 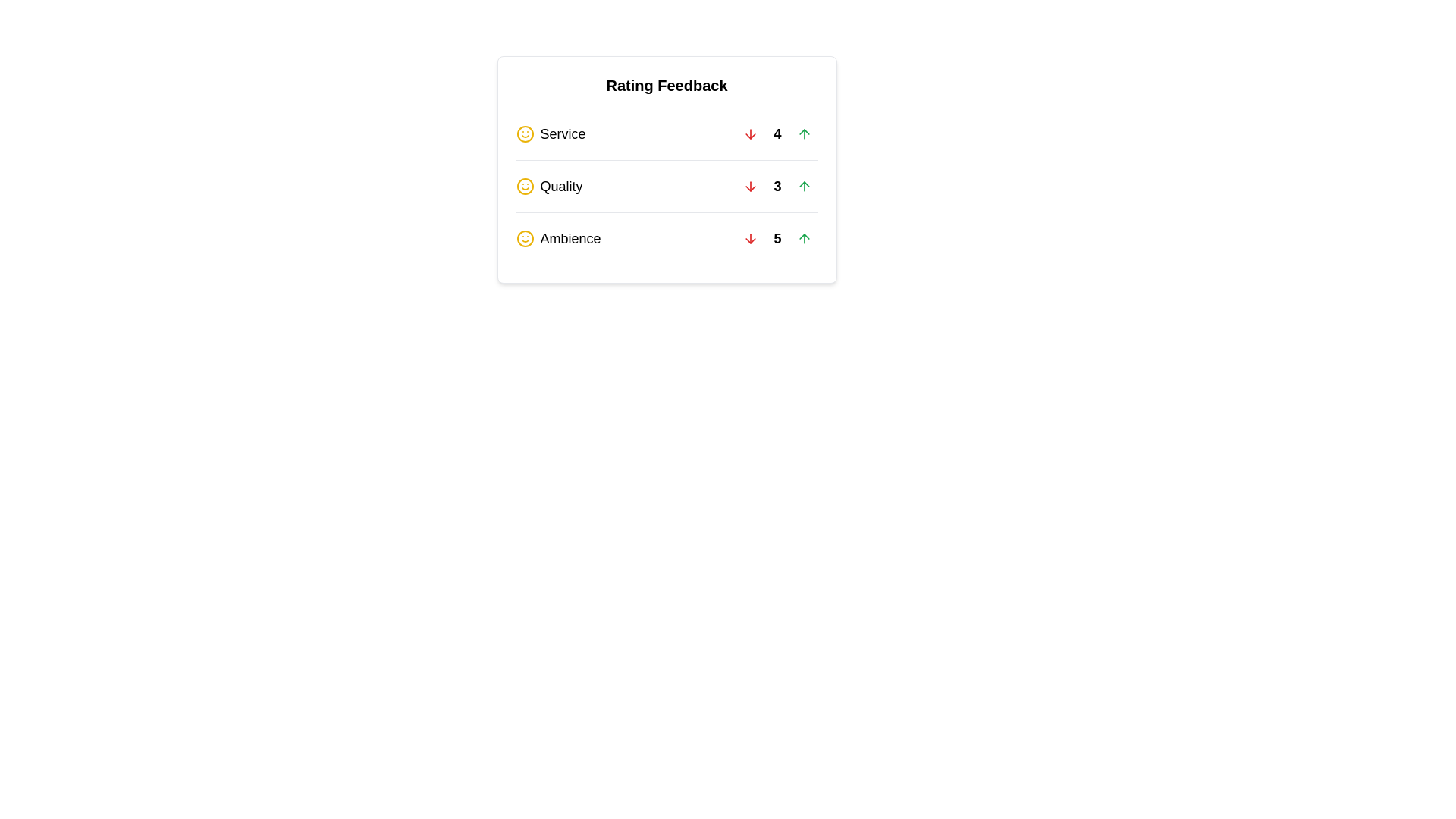 What do you see at coordinates (525, 186) in the screenshot?
I see `the round yellow smiley face icon located to the left of the 'Quality' text in the middle row of the 'Rating Feedback' section` at bounding box center [525, 186].